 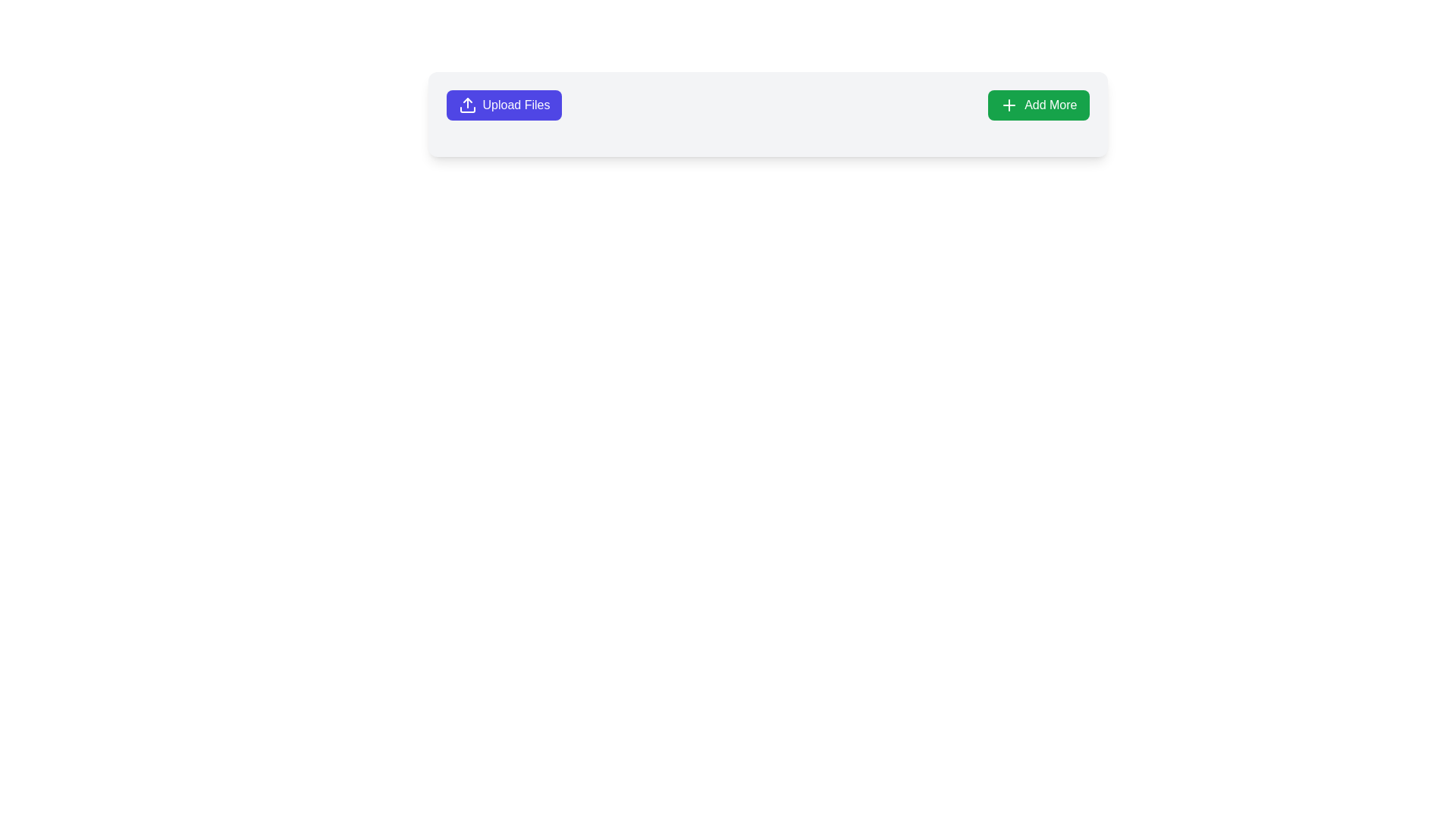 What do you see at coordinates (466, 104) in the screenshot?
I see `the graphical icon depicting an upward-facing arrow above a horizontal box outline, located to the left of the 'Upload Files' text within a button on the left-hand side of the interface` at bounding box center [466, 104].